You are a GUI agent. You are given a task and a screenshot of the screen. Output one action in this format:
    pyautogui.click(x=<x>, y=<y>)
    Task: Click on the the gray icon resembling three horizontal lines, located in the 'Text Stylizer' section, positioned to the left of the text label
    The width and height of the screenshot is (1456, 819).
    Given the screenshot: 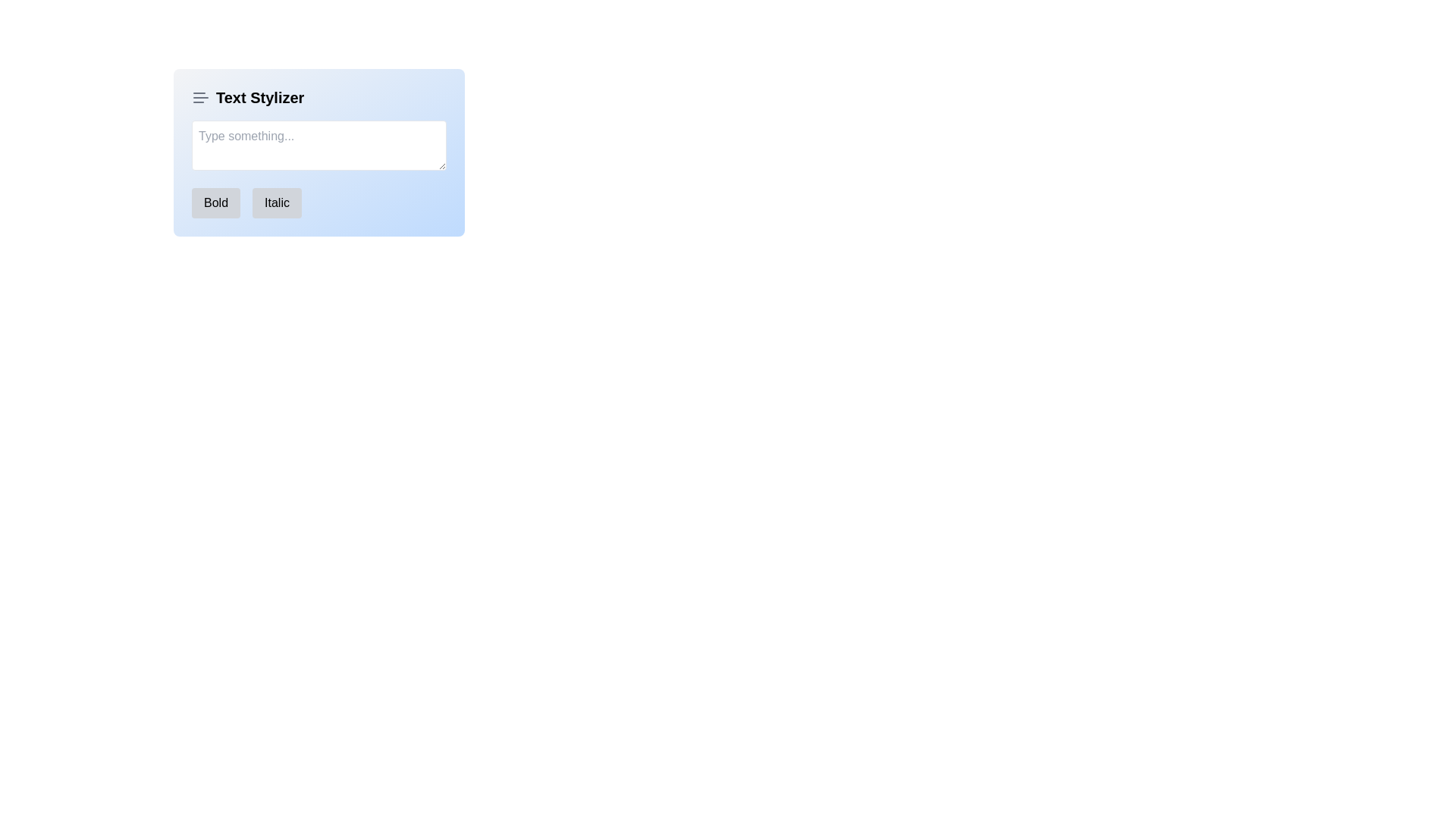 What is the action you would take?
    pyautogui.click(x=199, y=97)
    